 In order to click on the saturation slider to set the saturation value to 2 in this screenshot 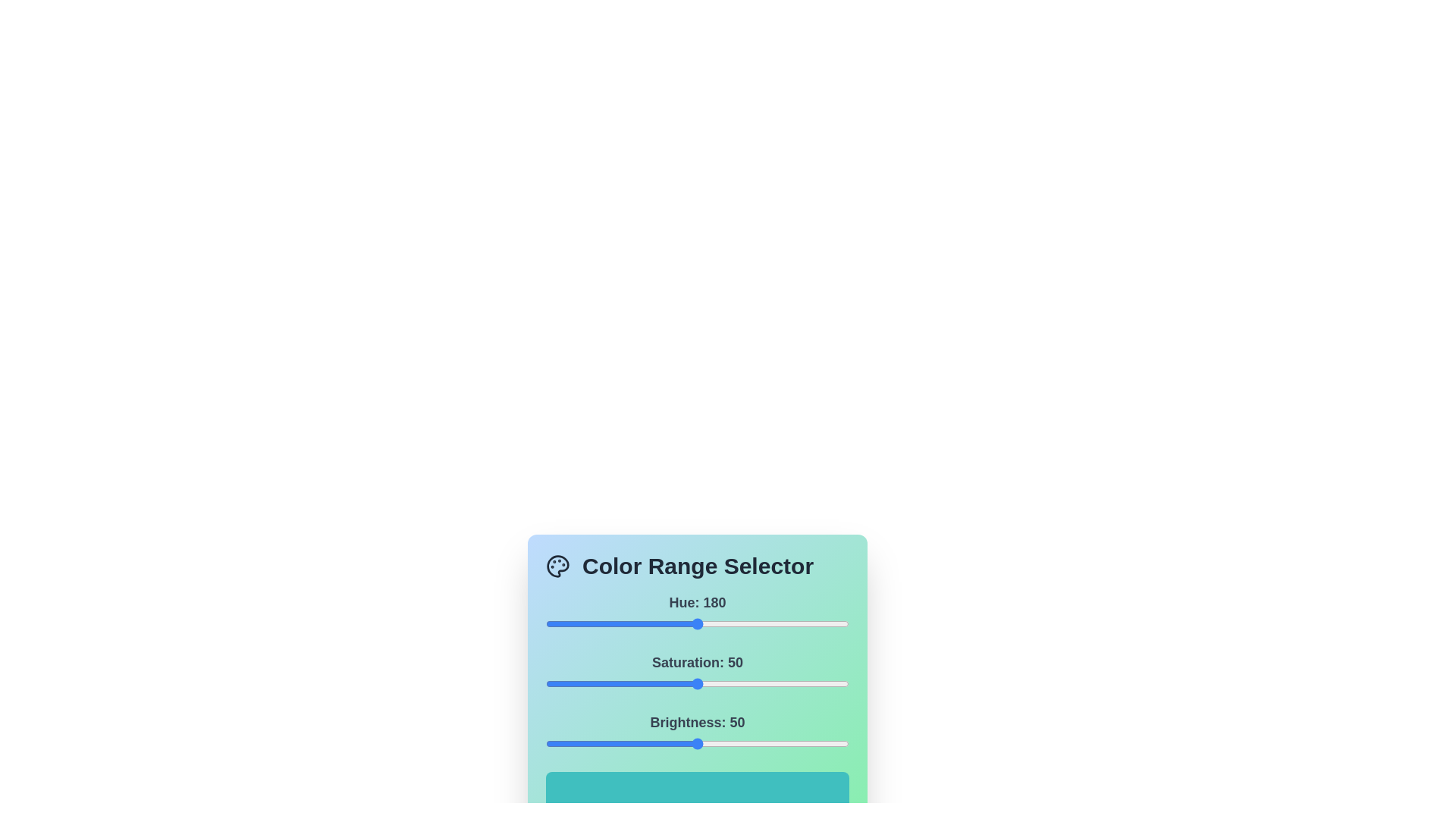, I will do `click(551, 684)`.